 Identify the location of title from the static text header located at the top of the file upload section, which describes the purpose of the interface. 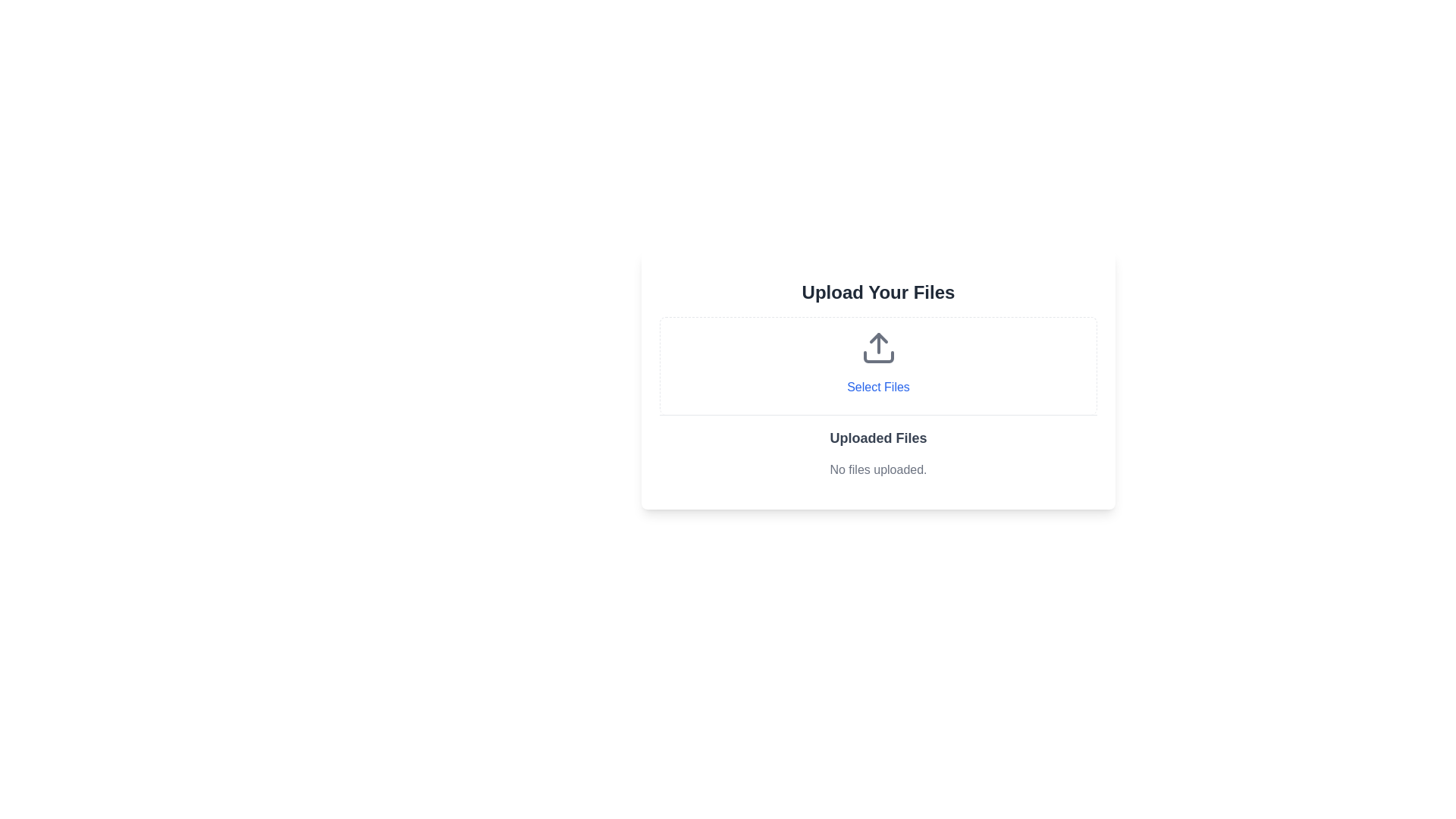
(878, 292).